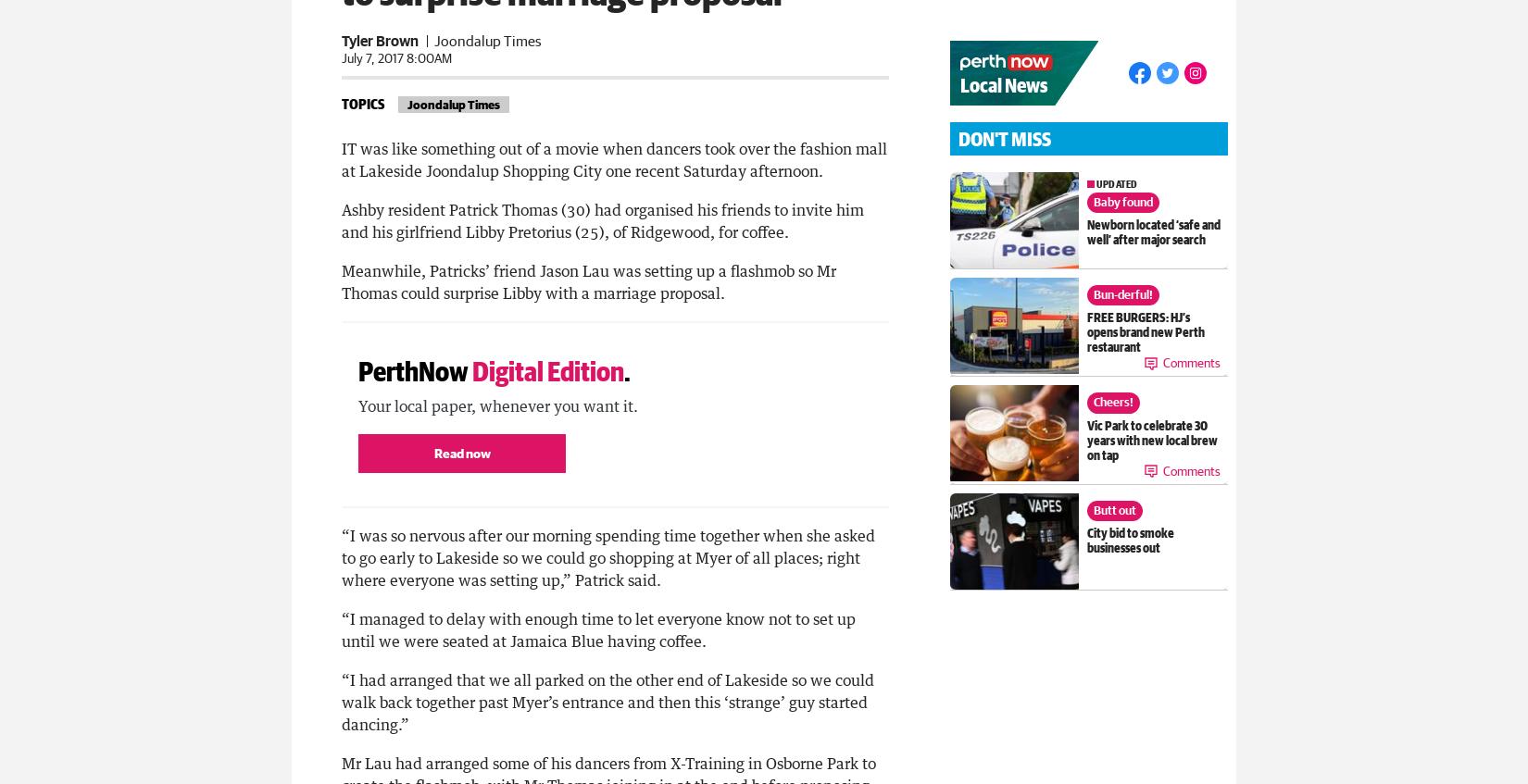 This screenshot has width=1528, height=784. I want to click on 'Baby found', so click(1121, 202).